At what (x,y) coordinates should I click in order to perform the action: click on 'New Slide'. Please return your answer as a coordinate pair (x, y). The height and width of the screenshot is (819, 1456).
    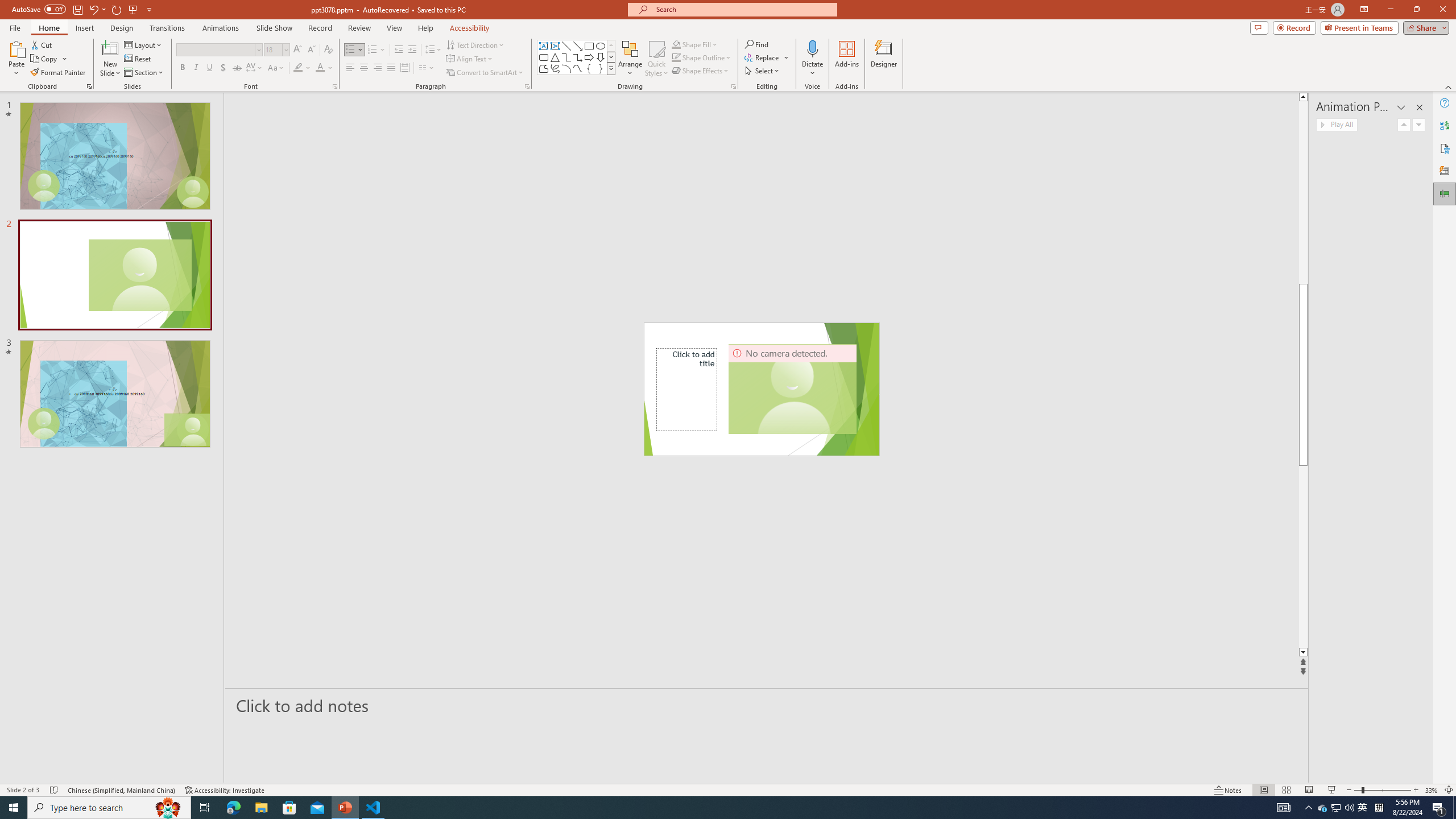
    Looking at the image, I should click on (110, 48).